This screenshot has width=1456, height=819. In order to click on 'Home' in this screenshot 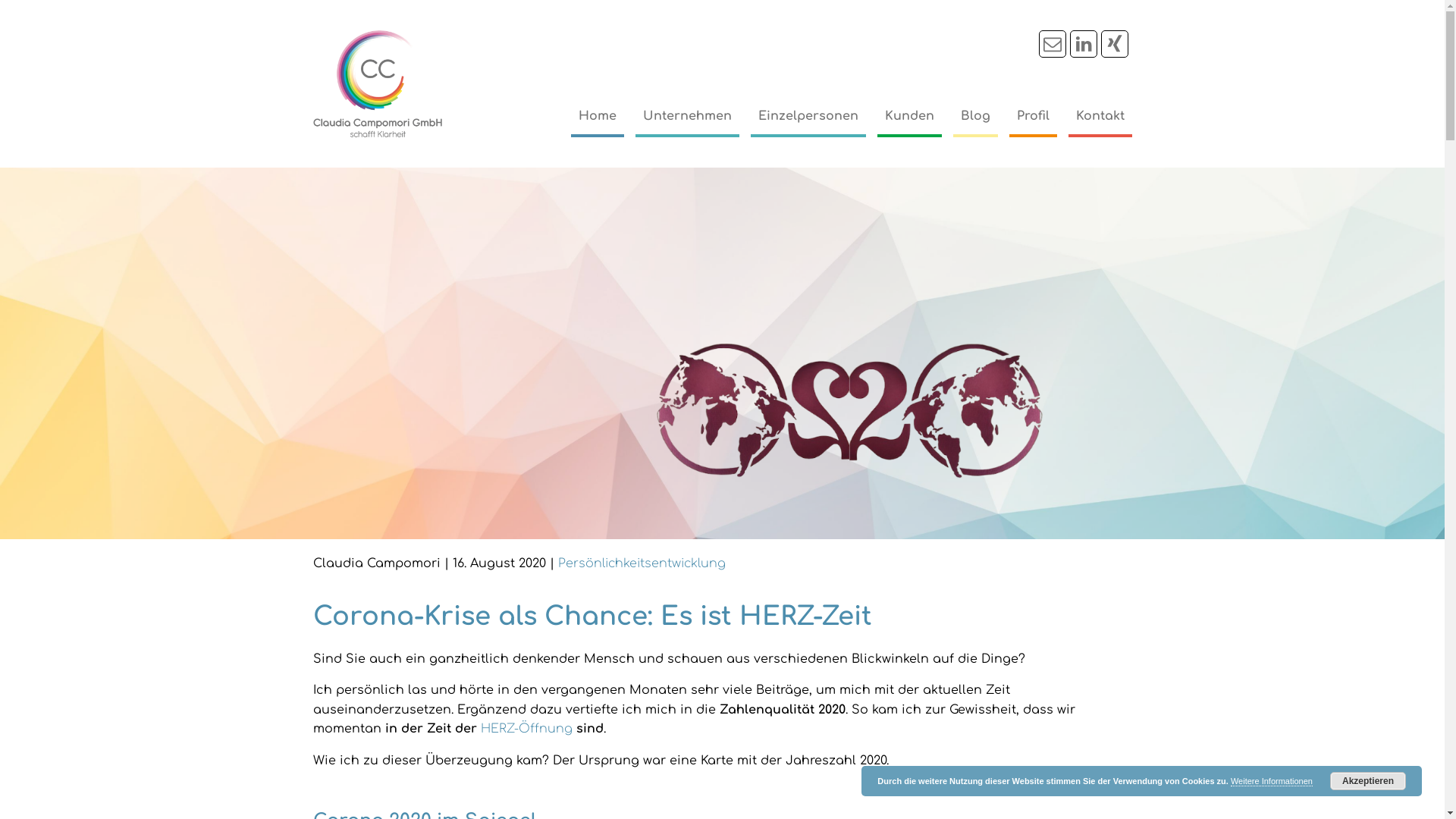, I will do `click(596, 116)`.